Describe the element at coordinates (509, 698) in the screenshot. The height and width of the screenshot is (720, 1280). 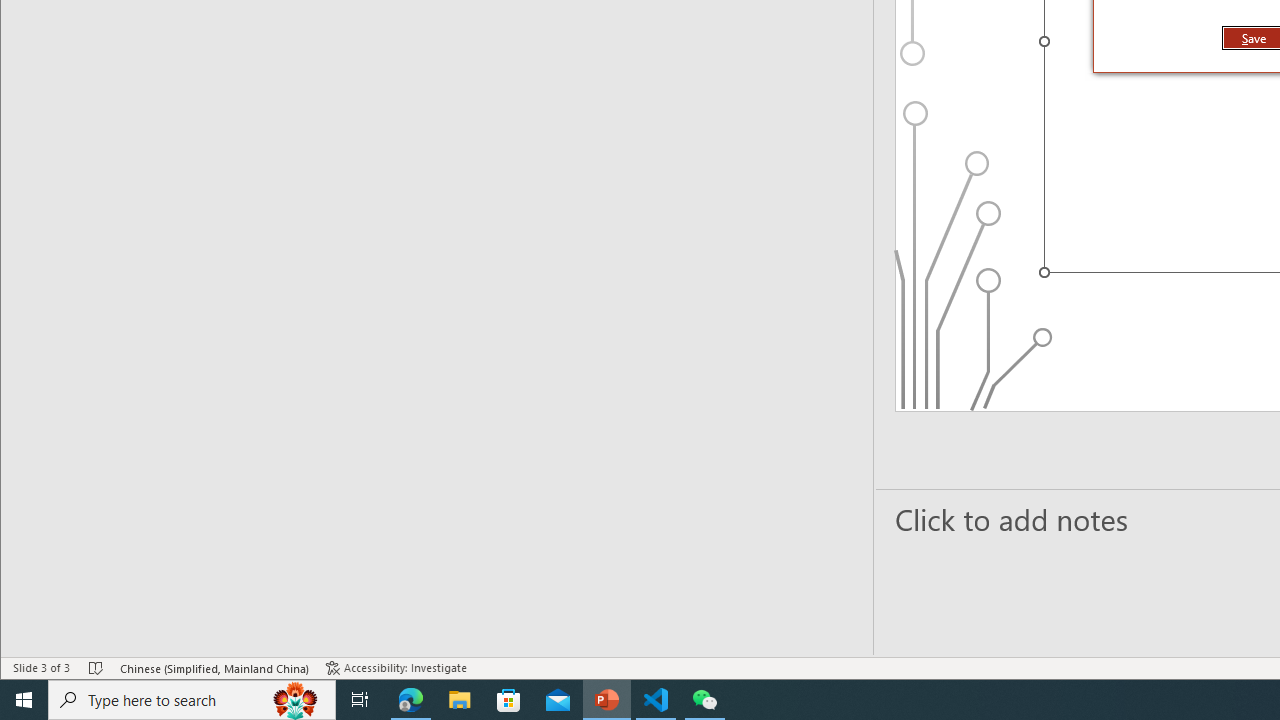
I see `'Microsoft Store'` at that location.